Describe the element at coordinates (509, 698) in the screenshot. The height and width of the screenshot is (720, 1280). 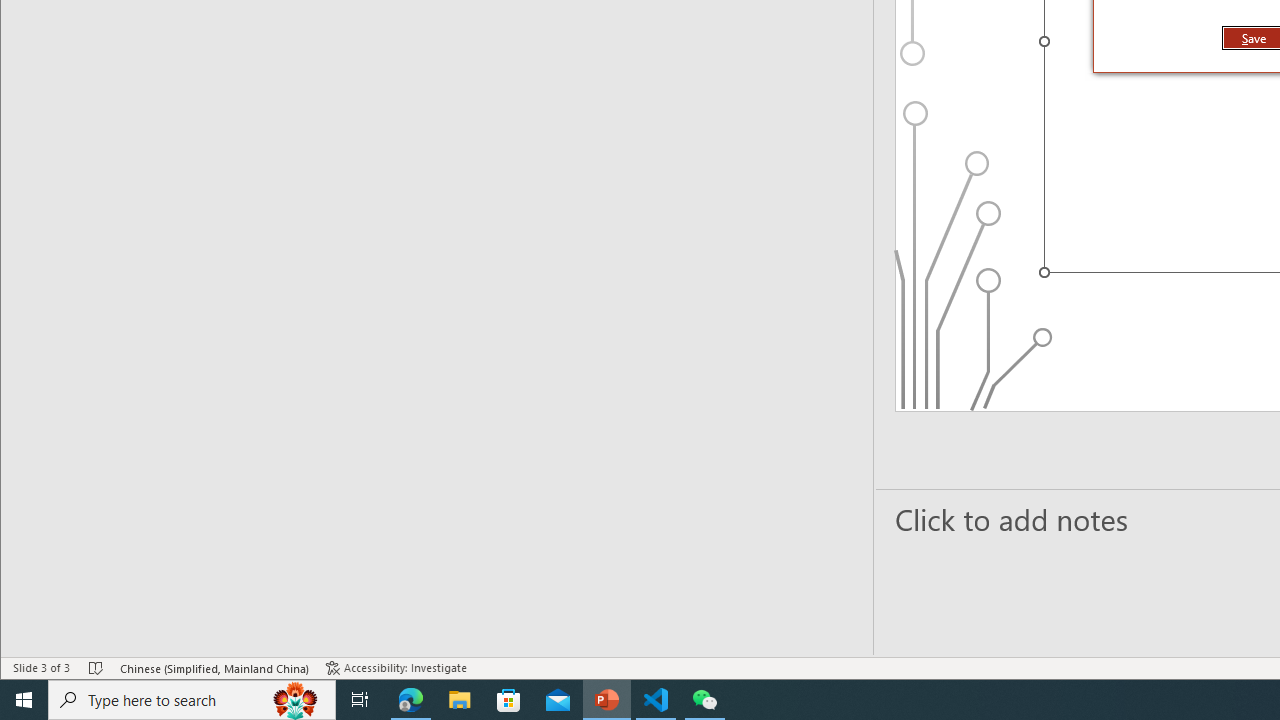
I see `'Microsoft Store'` at that location.